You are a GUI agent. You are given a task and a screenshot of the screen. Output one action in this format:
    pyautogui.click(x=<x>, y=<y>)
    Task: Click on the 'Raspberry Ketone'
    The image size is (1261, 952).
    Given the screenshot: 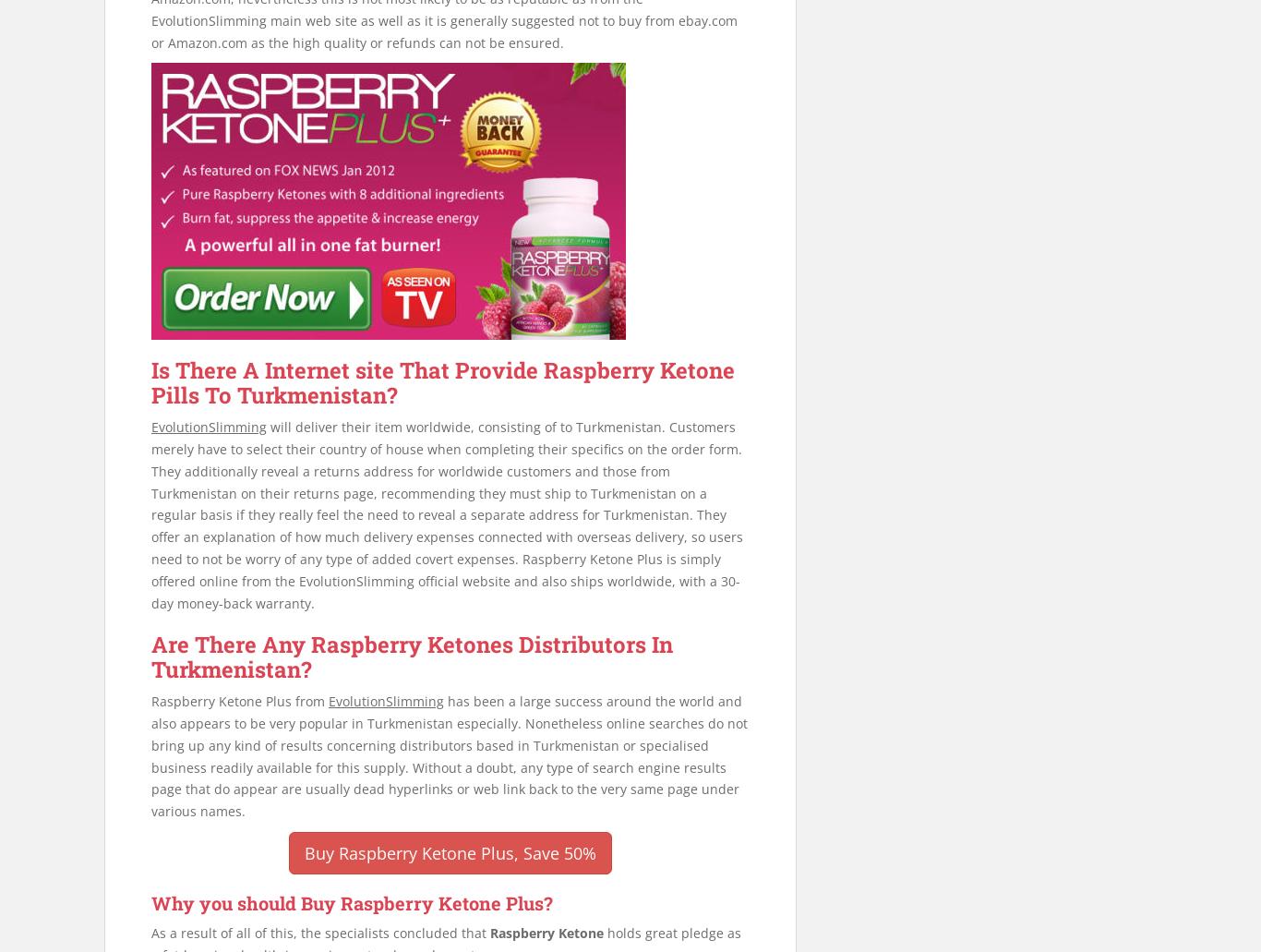 What is the action you would take?
    pyautogui.click(x=489, y=932)
    